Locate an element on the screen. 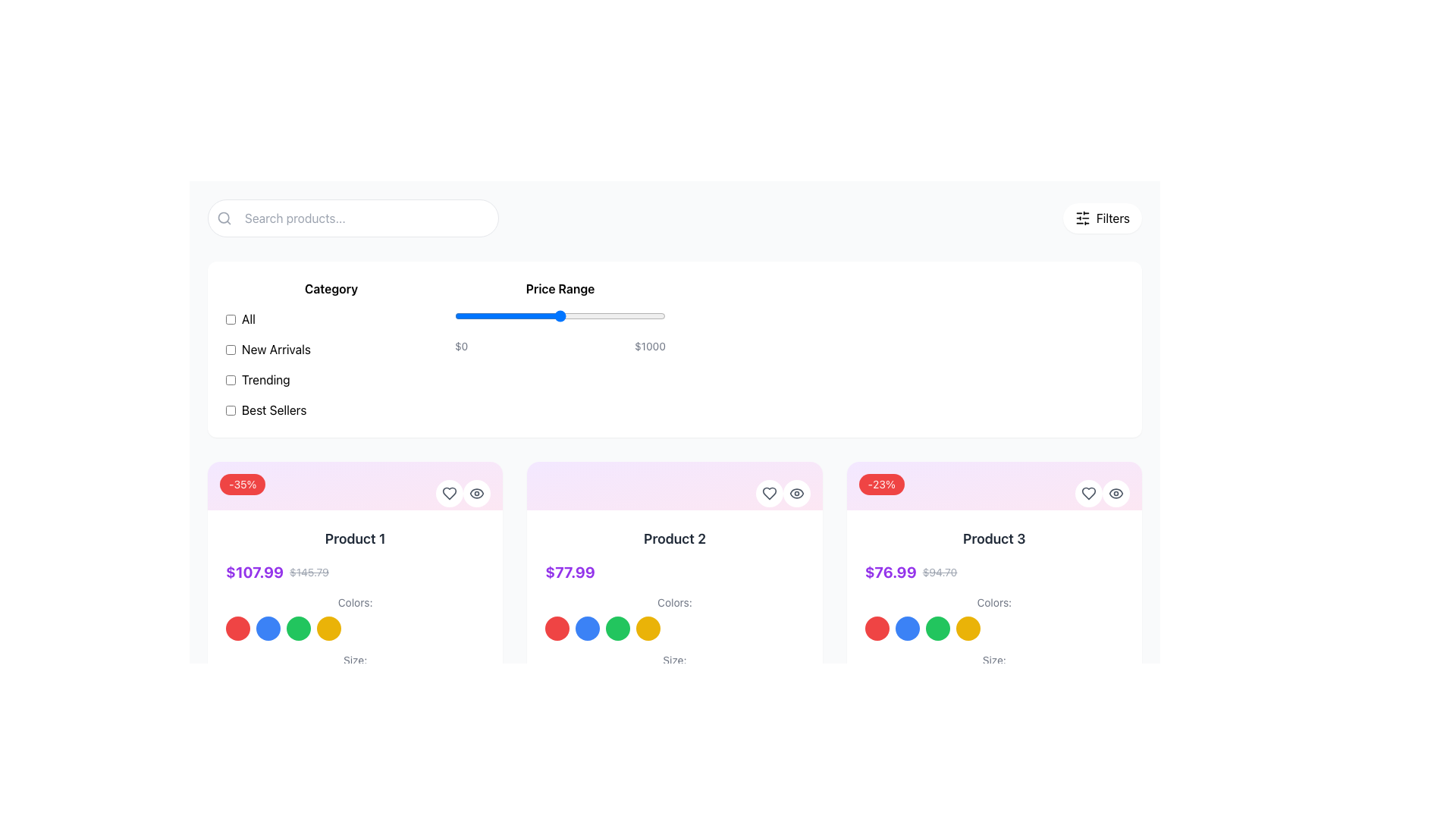 The image size is (1456, 819). the price range is located at coordinates (519, 315).